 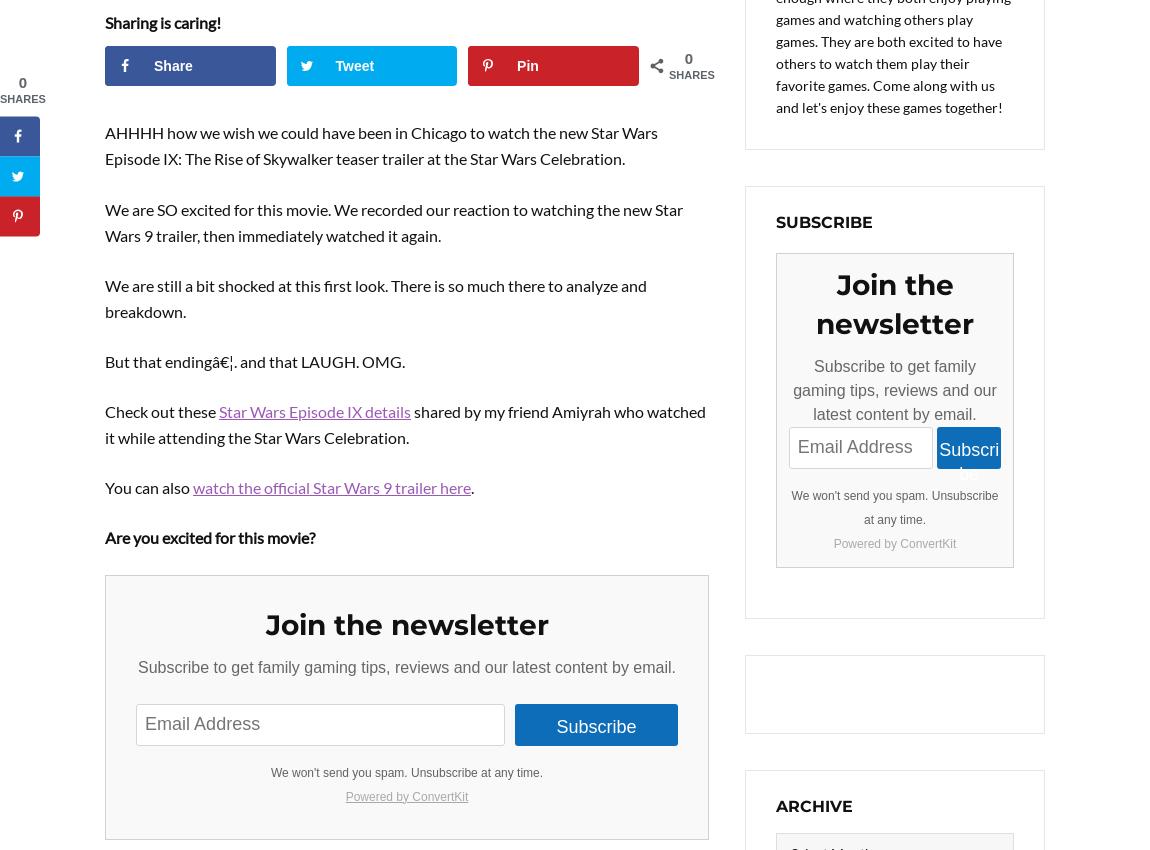 What do you see at coordinates (208, 536) in the screenshot?
I see `'Are you excited for this movie?'` at bounding box center [208, 536].